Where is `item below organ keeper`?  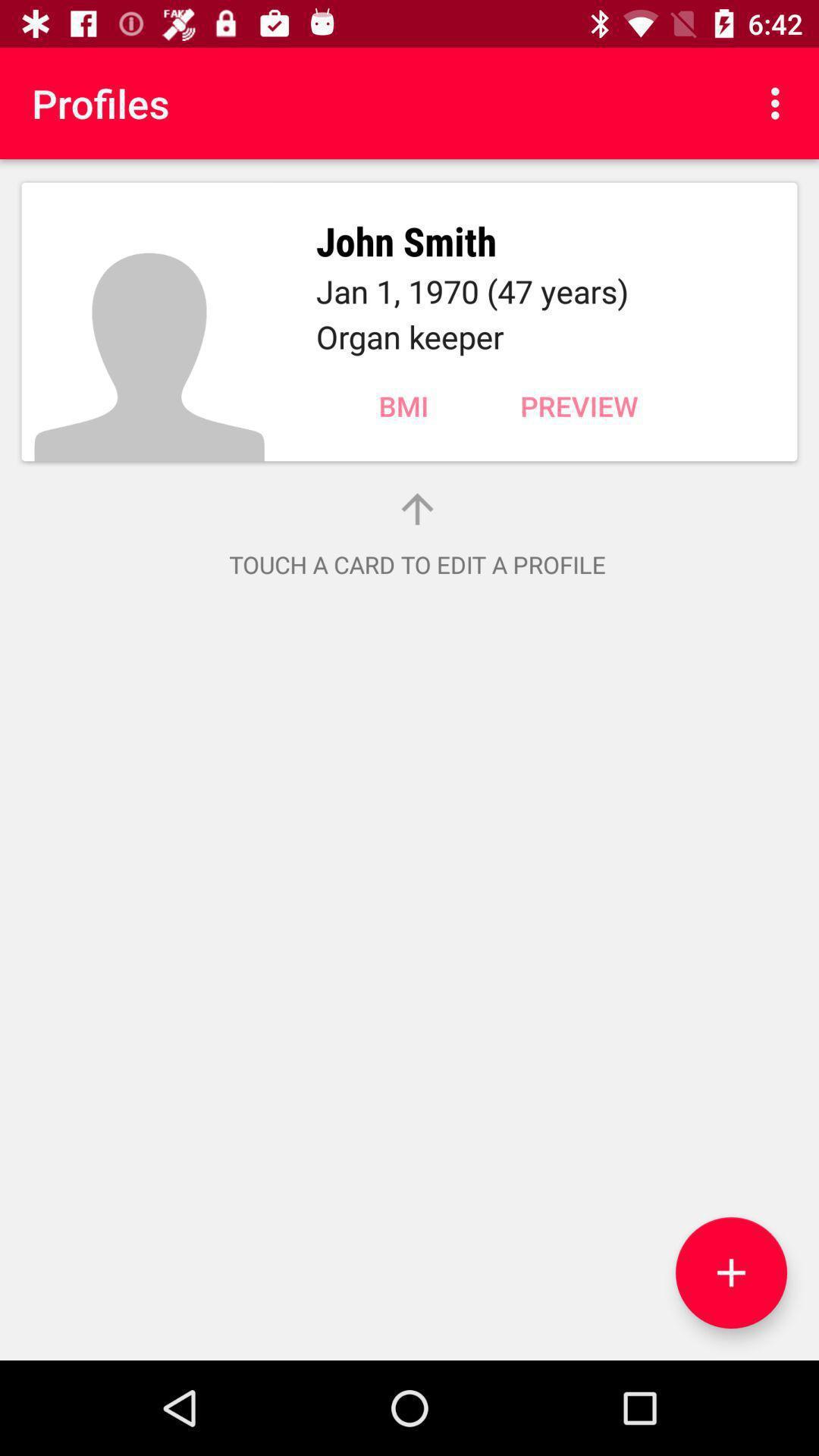 item below organ keeper is located at coordinates (403, 406).